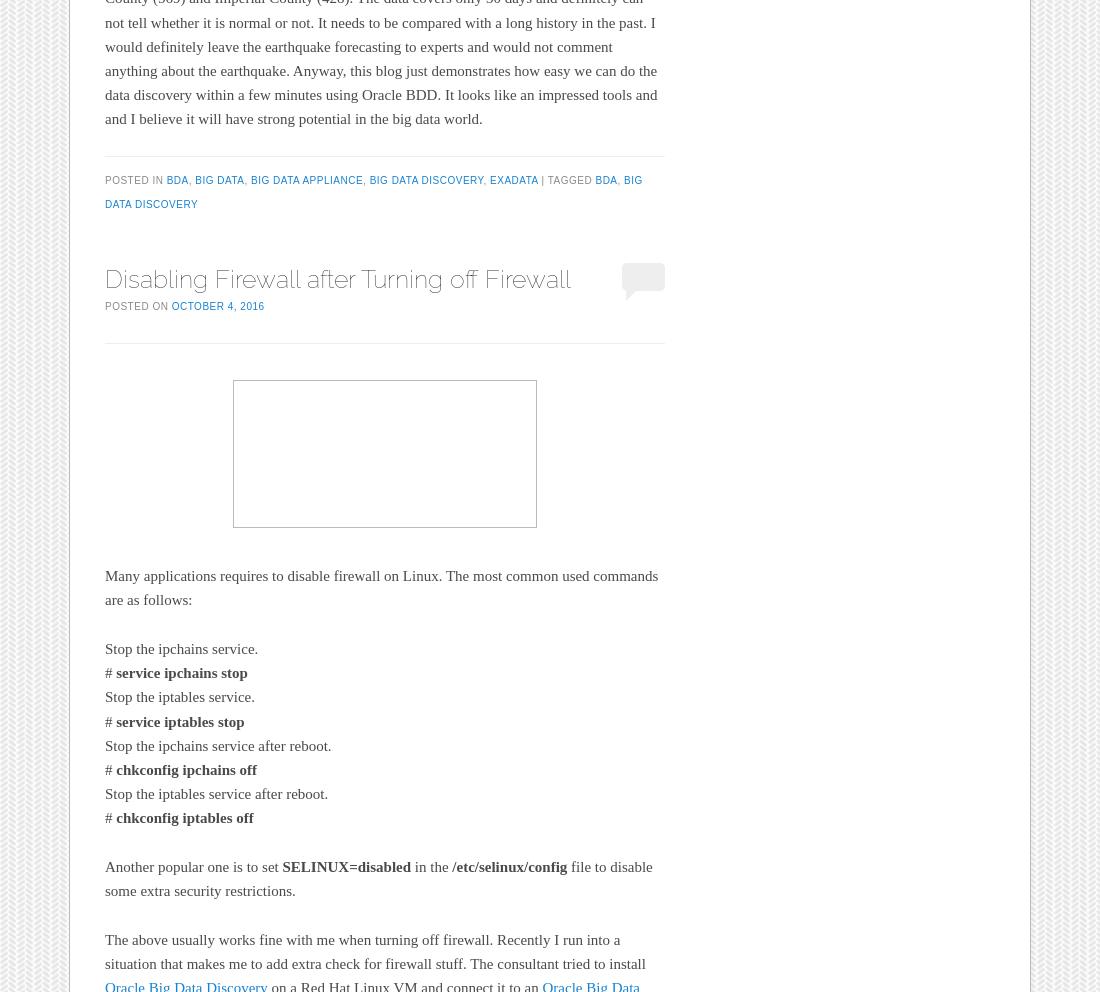 Image resolution: width=1100 pixels, height=992 pixels. What do you see at coordinates (570, 179) in the screenshot?
I see `'Tagged'` at bounding box center [570, 179].